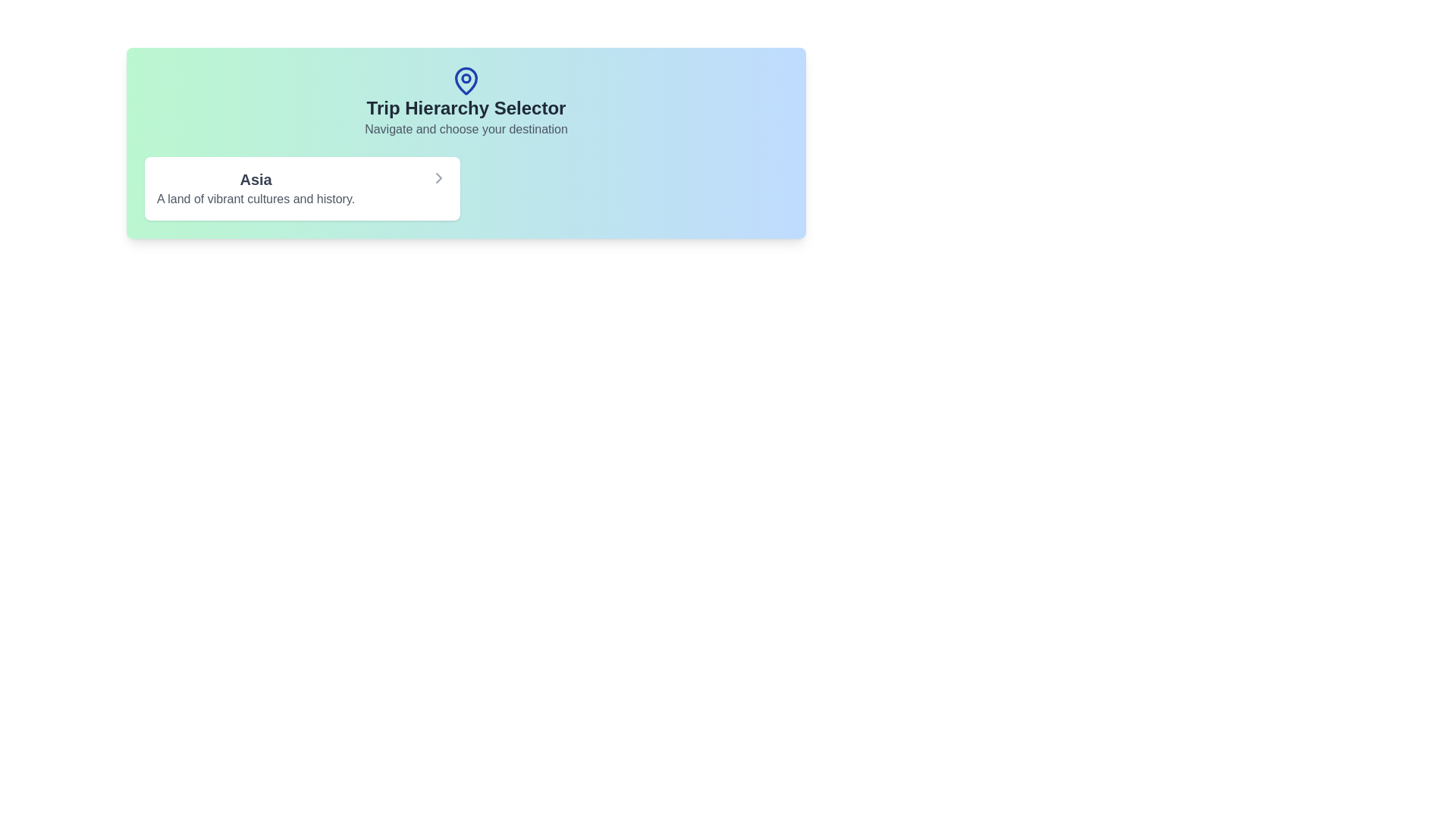 The width and height of the screenshot is (1456, 819). Describe the element at coordinates (465, 128) in the screenshot. I see `the Text Label that reads 'Navigate and choose your destination', which is displayed in a medium-sized gray font and located directly below the title 'Trip Hierarchy Selector'` at that location.